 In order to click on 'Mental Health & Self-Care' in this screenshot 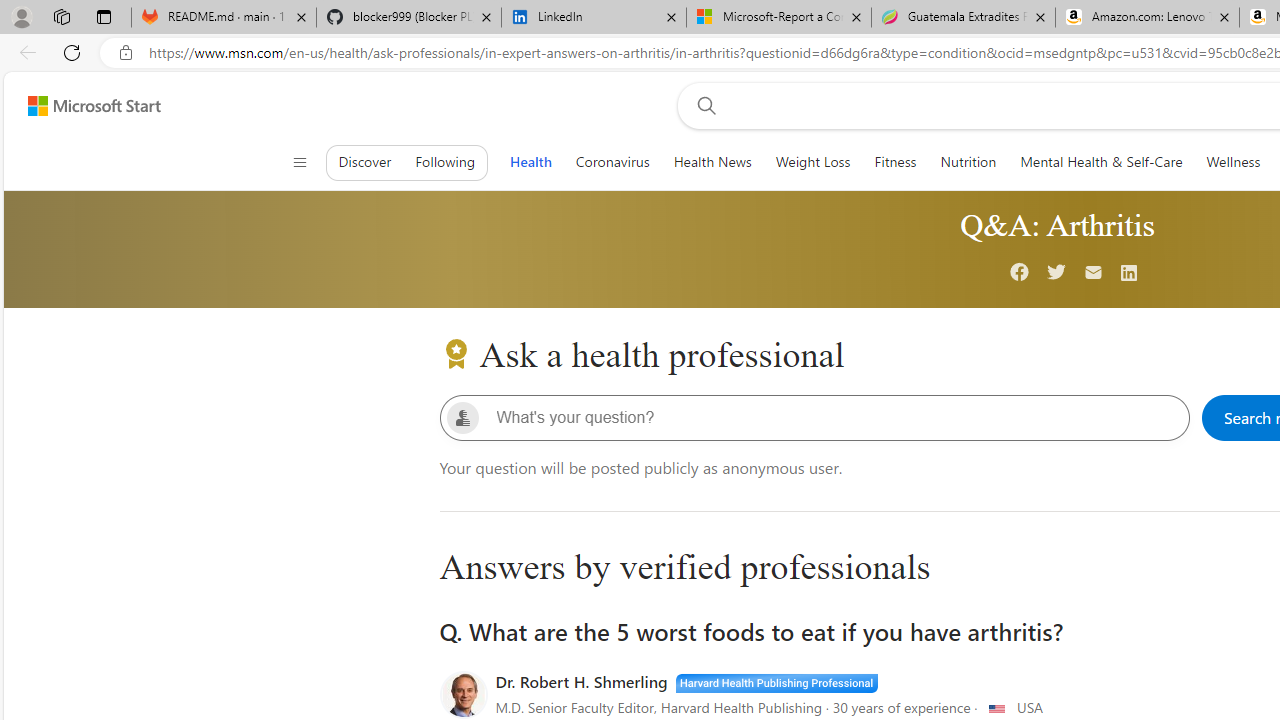, I will do `click(1101, 161)`.